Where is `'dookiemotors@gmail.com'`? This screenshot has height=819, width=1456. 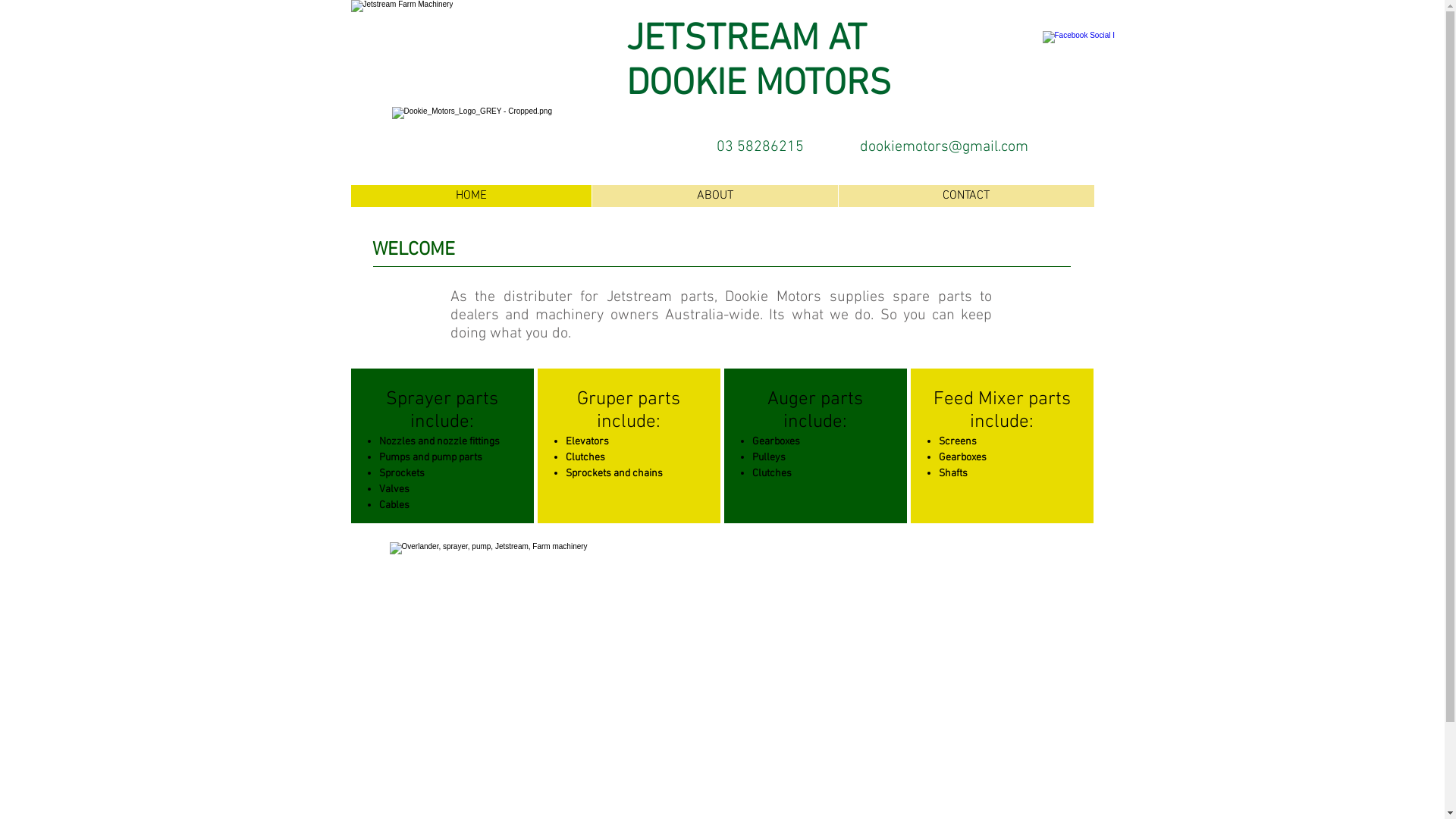
'dookiemotors@gmail.com' is located at coordinates (943, 146).